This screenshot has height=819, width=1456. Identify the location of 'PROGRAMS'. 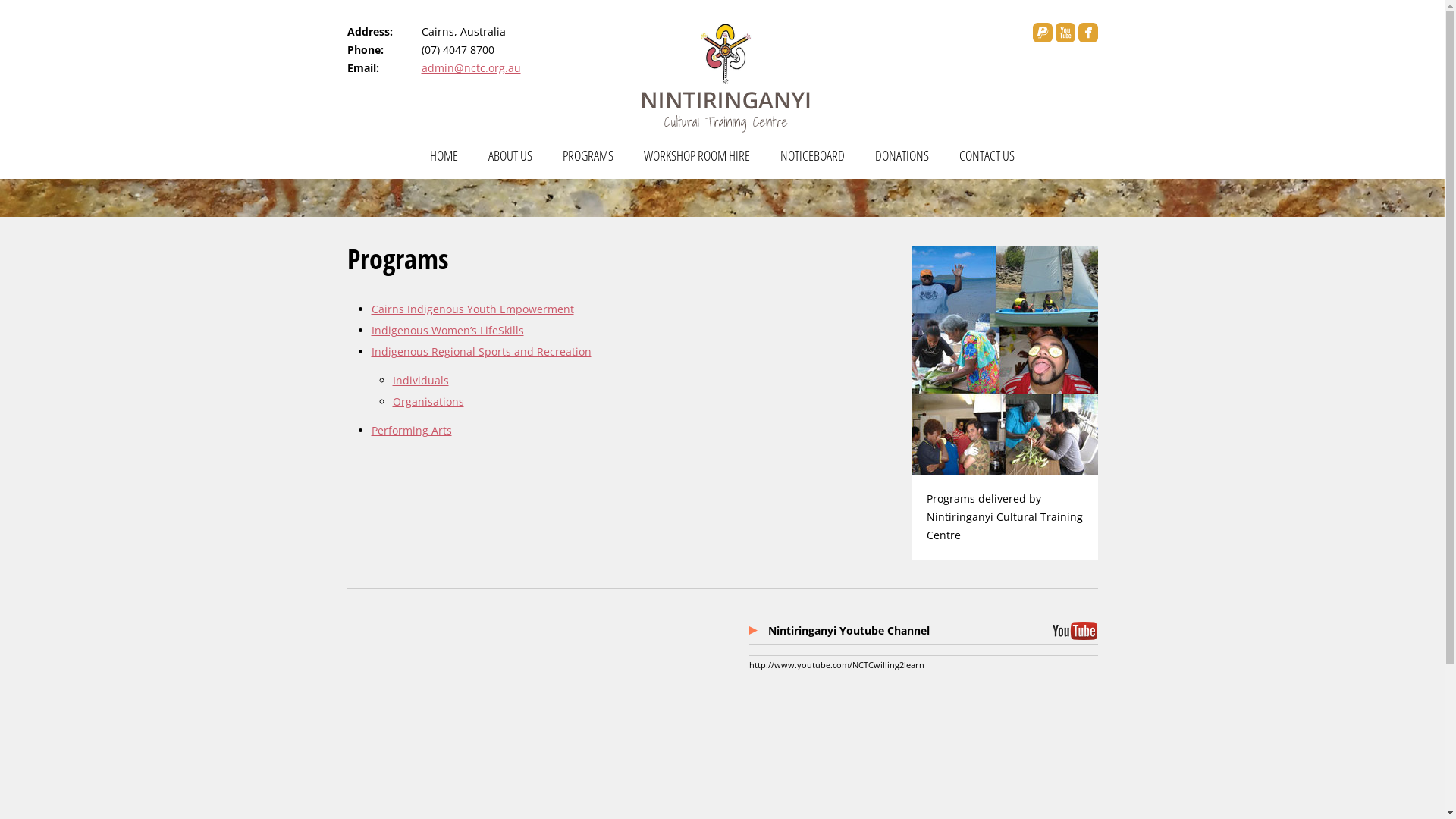
(587, 161).